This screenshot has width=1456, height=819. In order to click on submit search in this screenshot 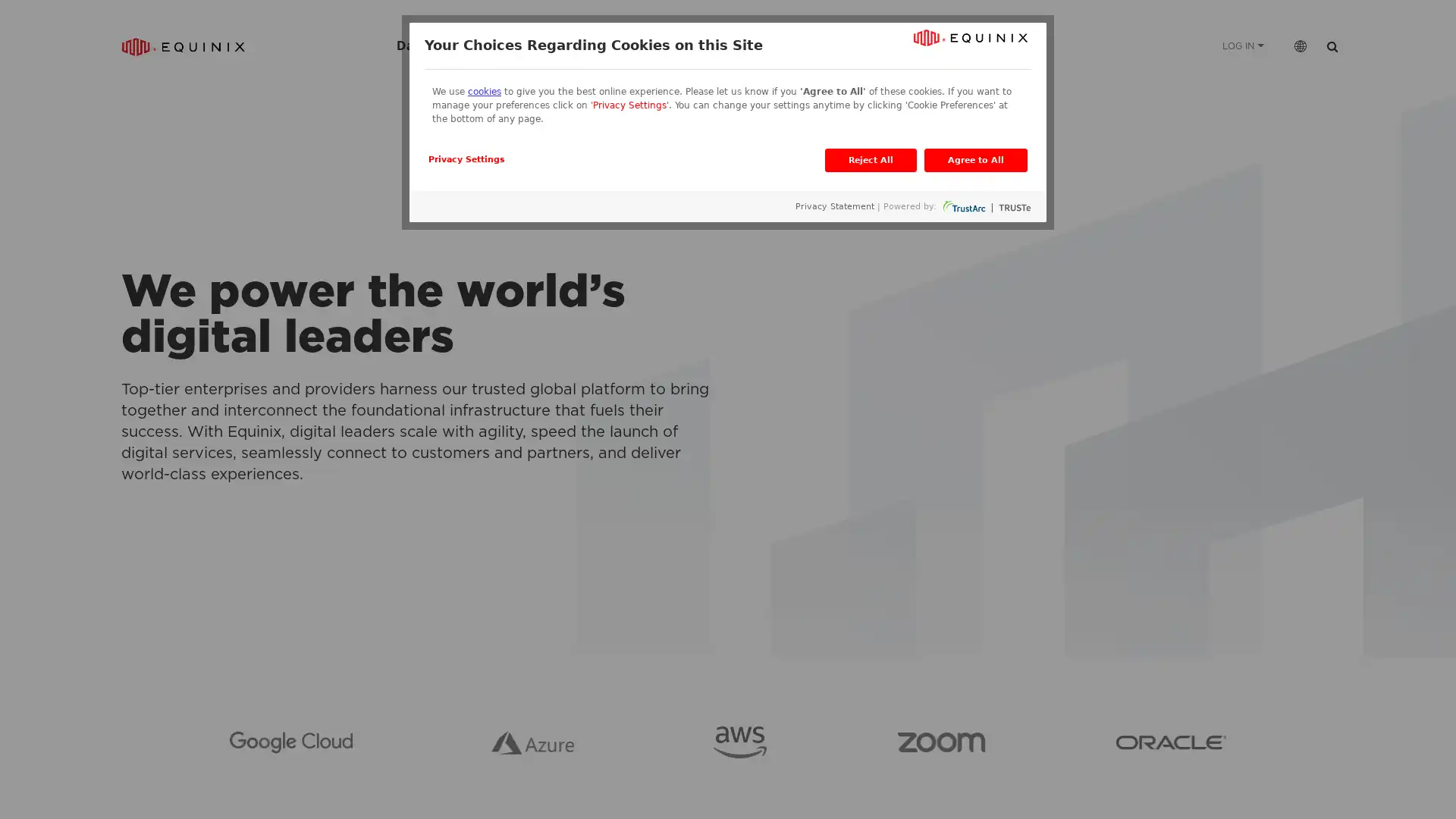, I will do `click(1331, 45)`.